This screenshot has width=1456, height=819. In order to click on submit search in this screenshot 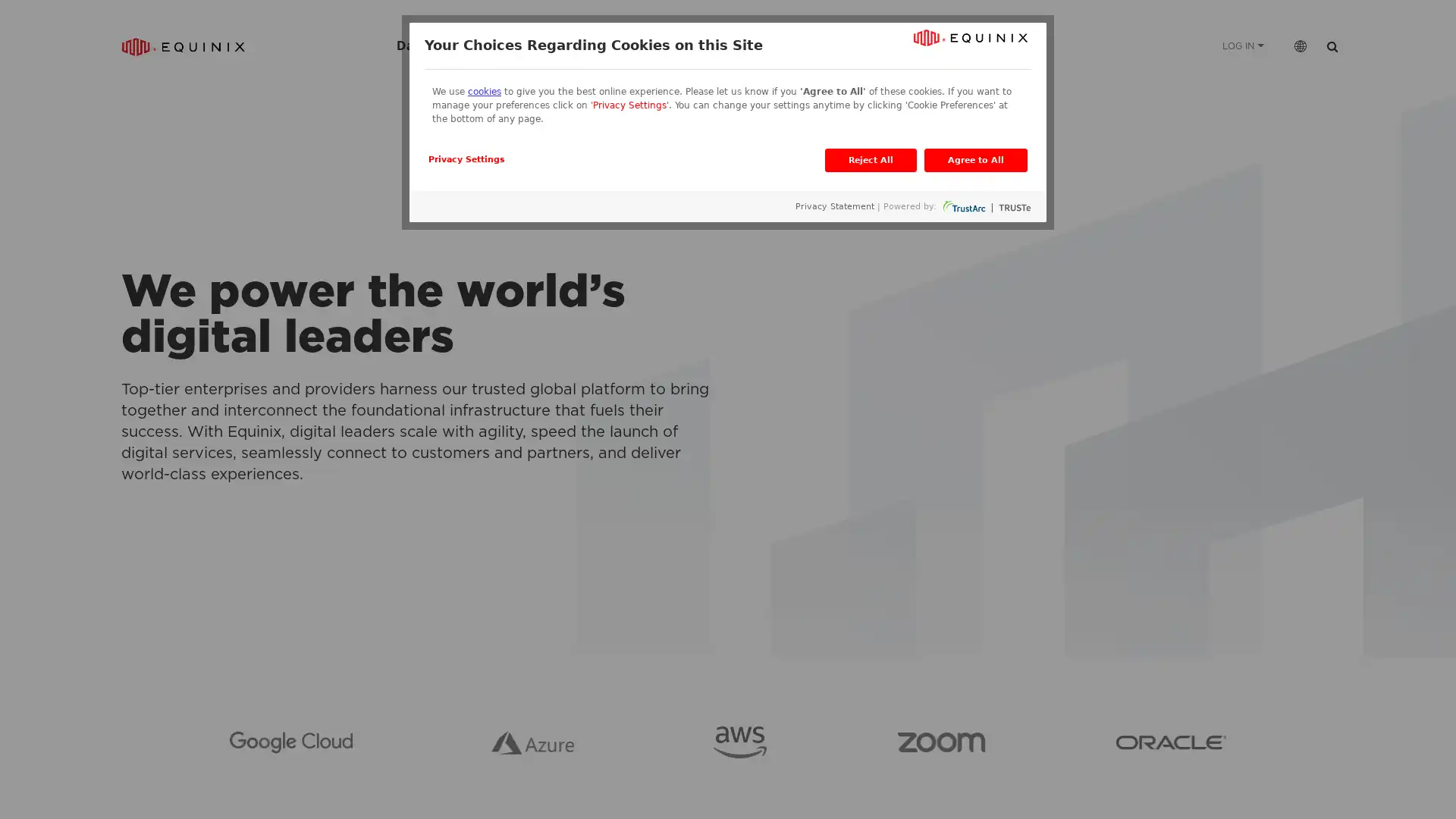, I will do `click(1331, 45)`.